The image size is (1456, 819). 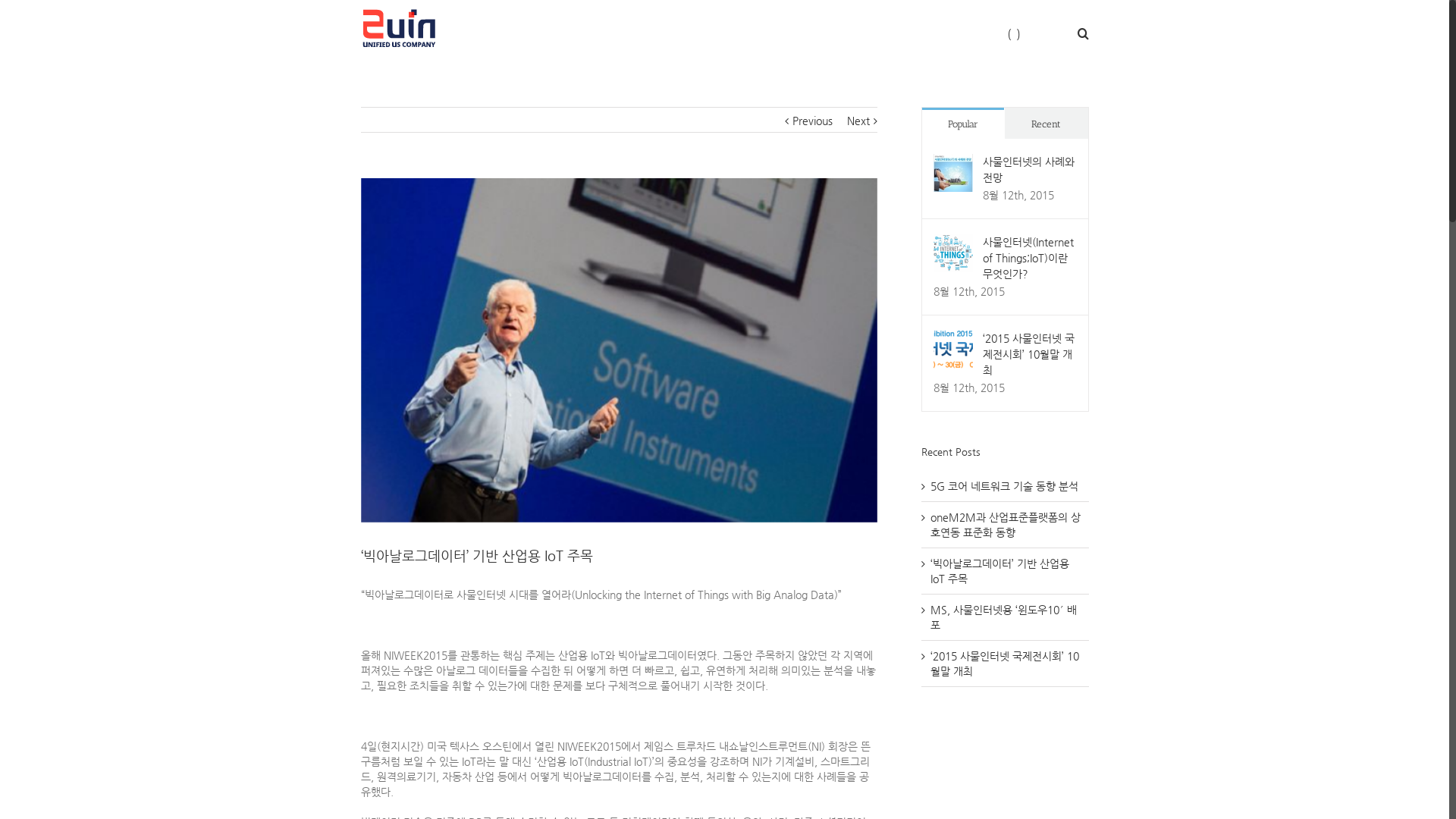 I want to click on 'Next', so click(x=858, y=119).